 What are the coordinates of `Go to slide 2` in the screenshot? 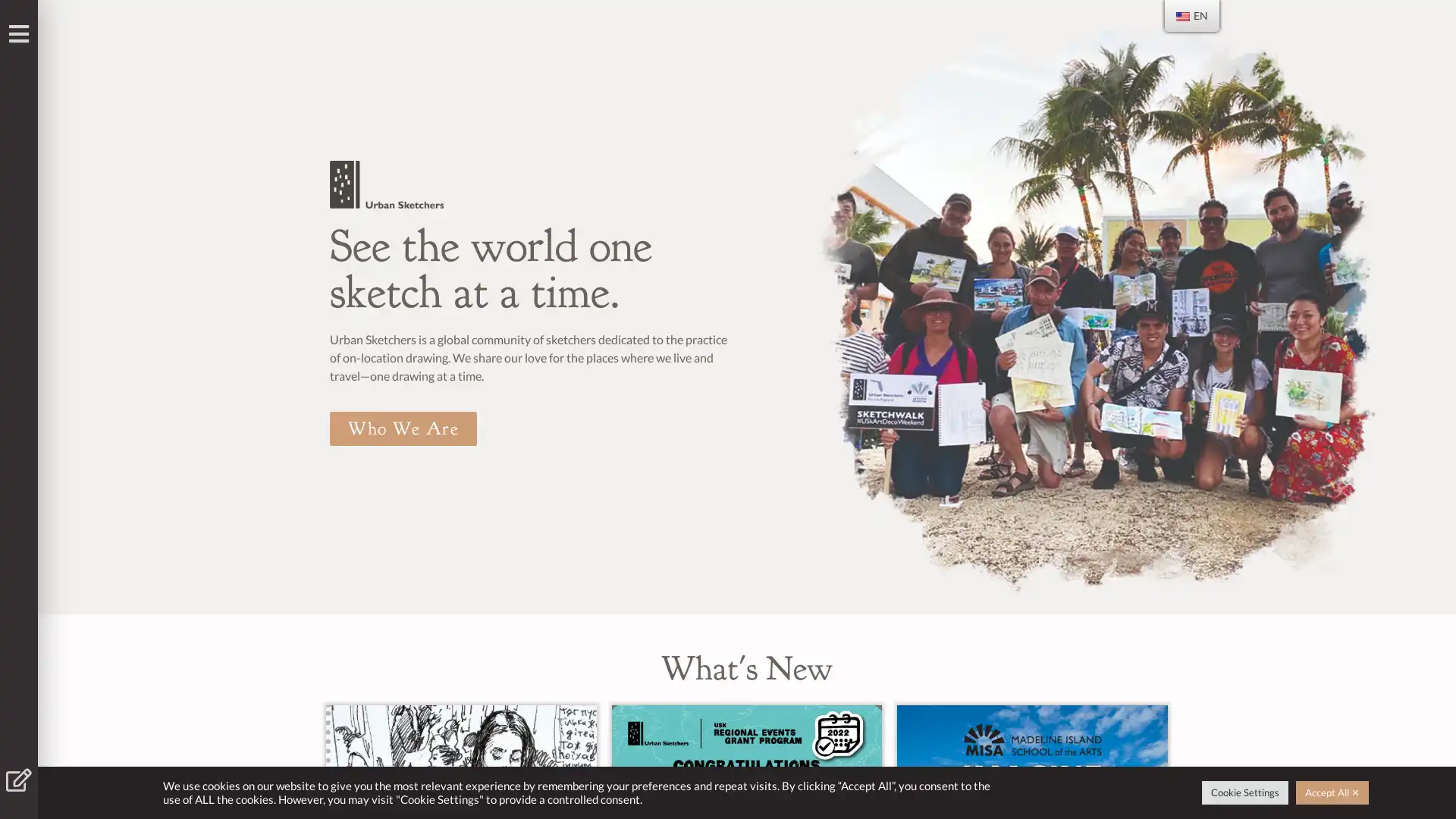 It's located at (1107, 582).